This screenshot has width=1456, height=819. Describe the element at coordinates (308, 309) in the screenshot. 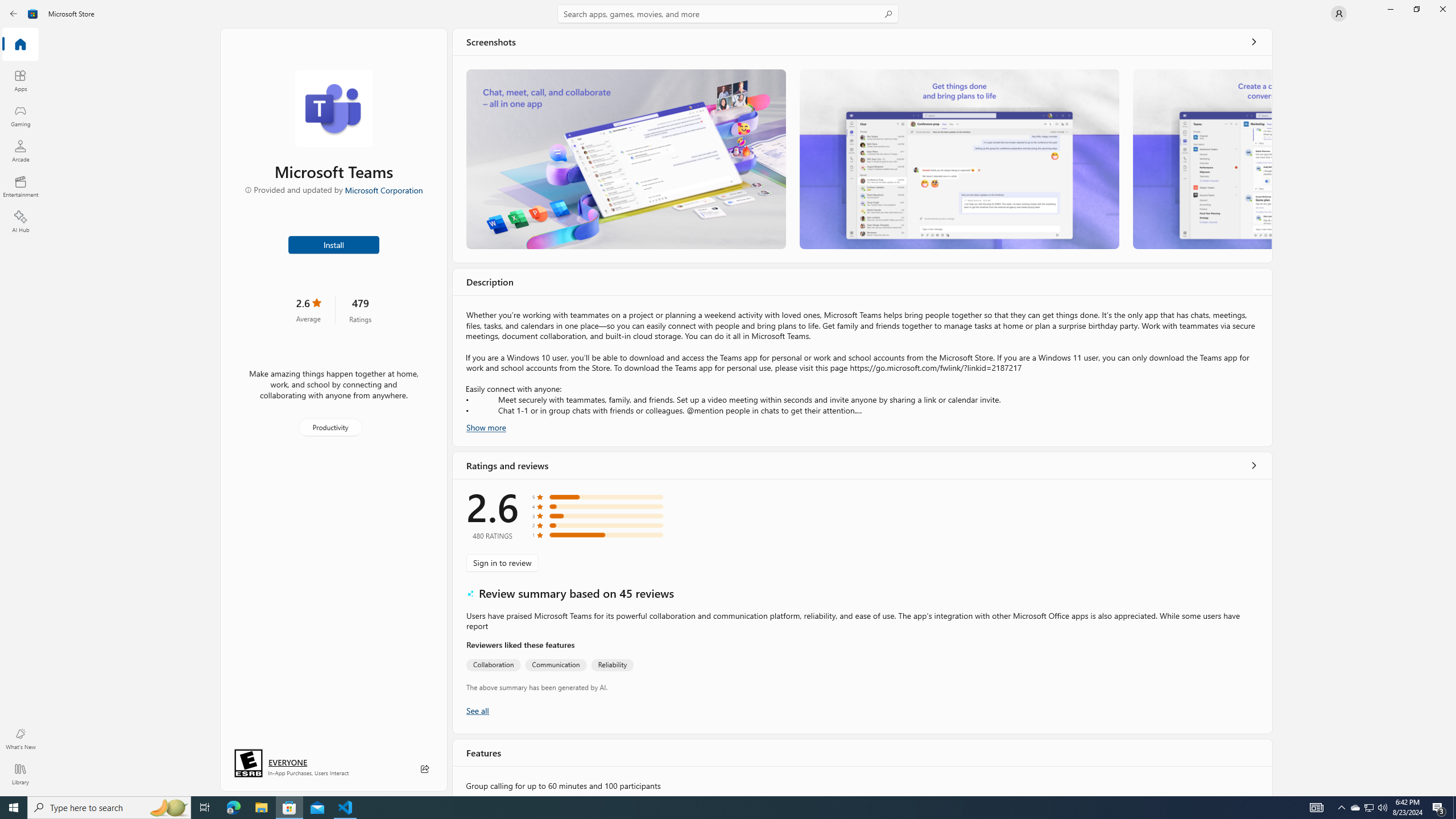

I see `'2.6 stars. Click to skip to ratings and reviews'` at that location.